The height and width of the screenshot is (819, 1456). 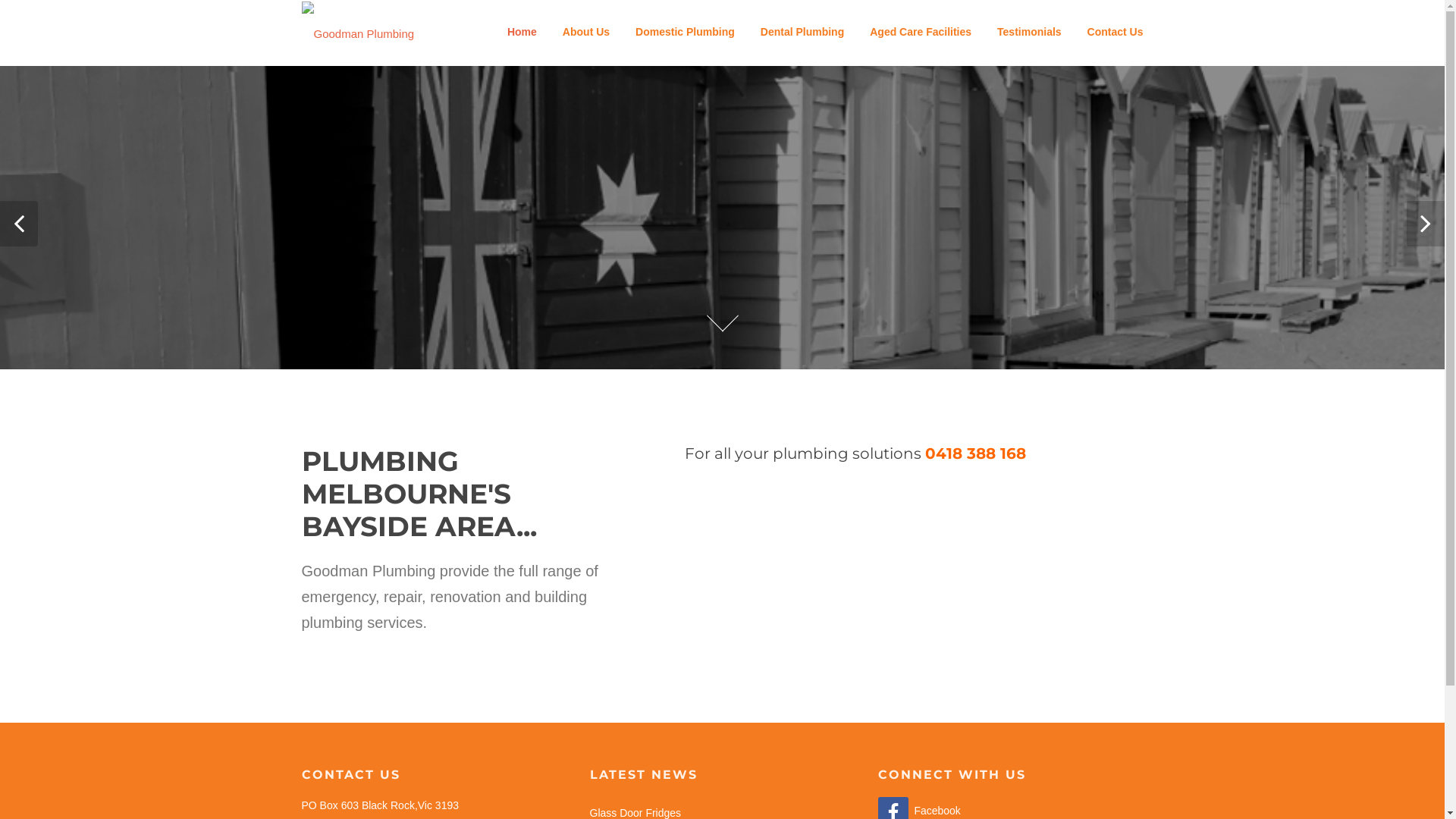 I want to click on 'Dental Plumbing', so click(x=801, y=32).